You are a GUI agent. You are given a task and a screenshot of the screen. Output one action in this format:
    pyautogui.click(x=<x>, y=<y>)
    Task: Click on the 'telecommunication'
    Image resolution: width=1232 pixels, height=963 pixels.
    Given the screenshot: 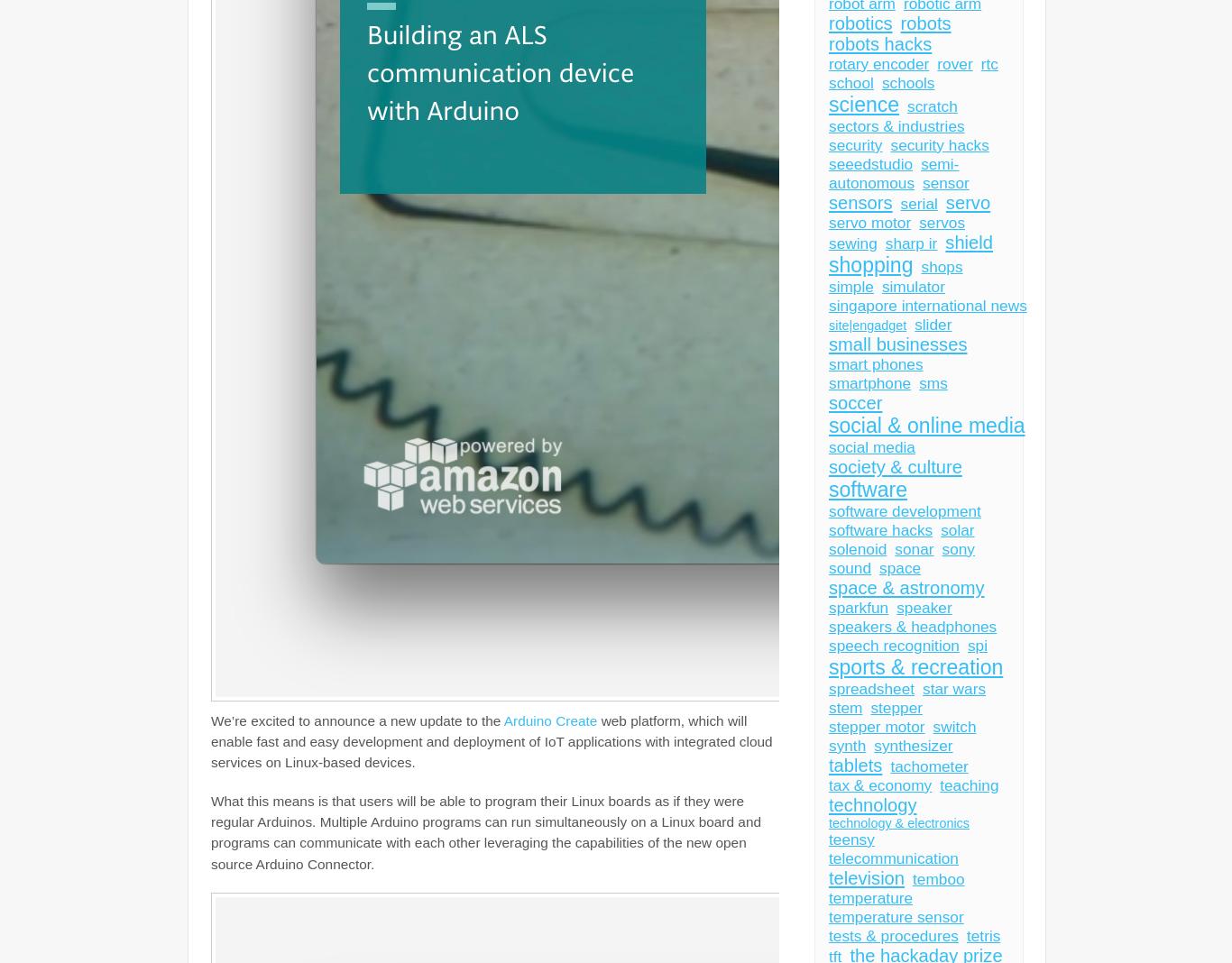 What is the action you would take?
    pyautogui.click(x=893, y=858)
    